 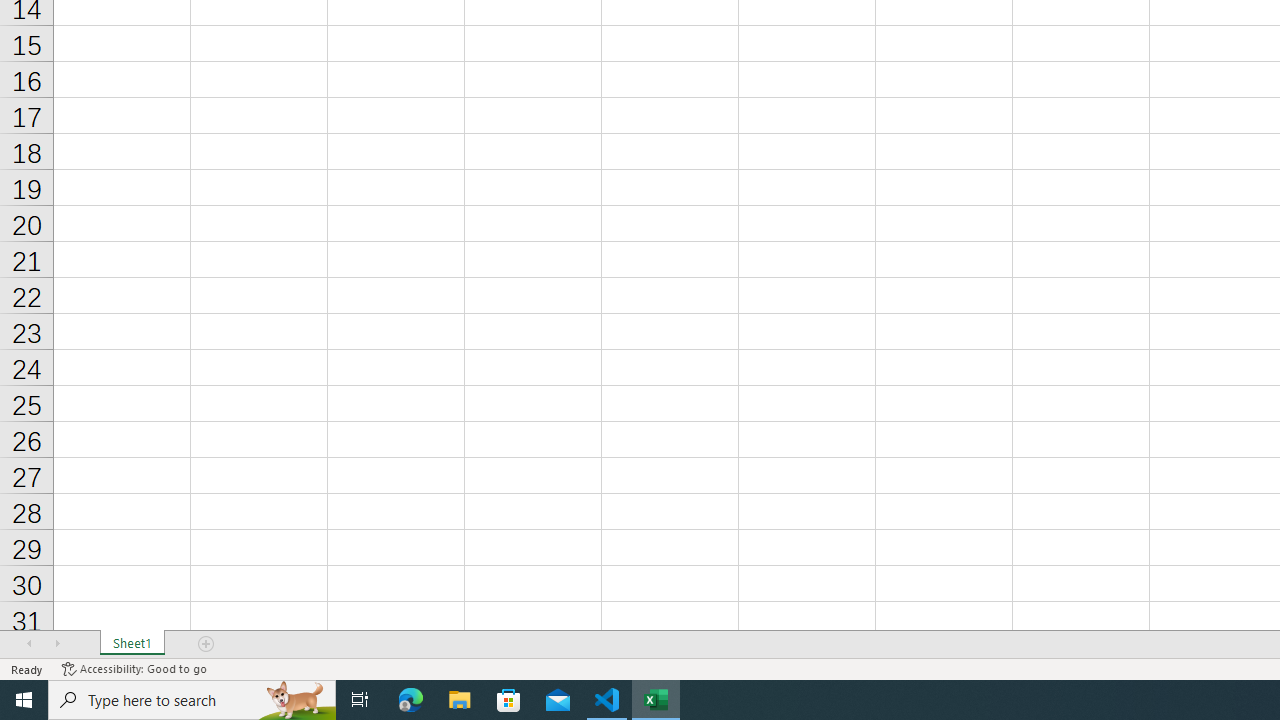 What do you see at coordinates (133, 669) in the screenshot?
I see `'Accessibility Checker Accessibility: Good to go'` at bounding box center [133, 669].